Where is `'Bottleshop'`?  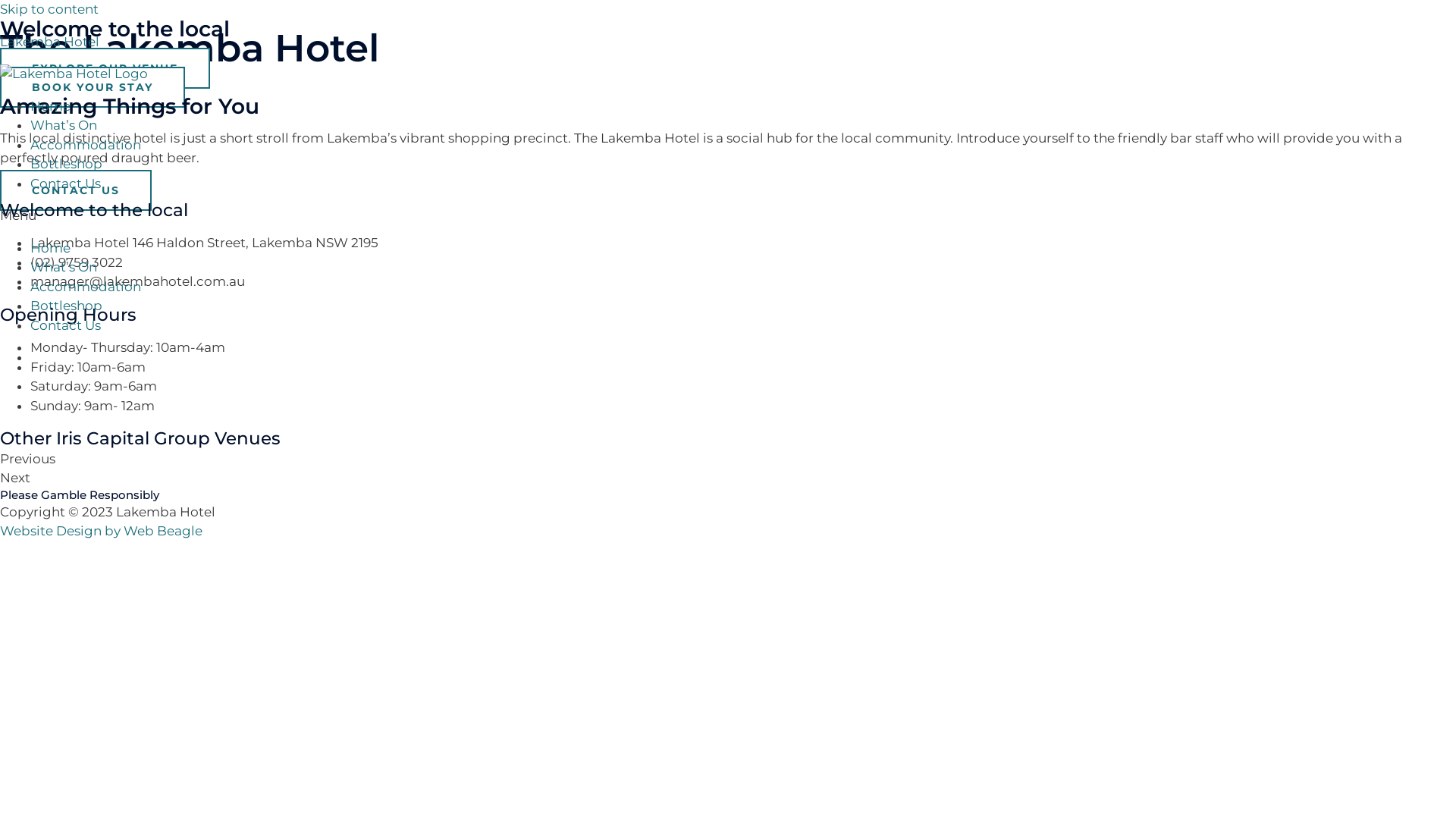
'Bottleshop' is located at coordinates (30, 305).